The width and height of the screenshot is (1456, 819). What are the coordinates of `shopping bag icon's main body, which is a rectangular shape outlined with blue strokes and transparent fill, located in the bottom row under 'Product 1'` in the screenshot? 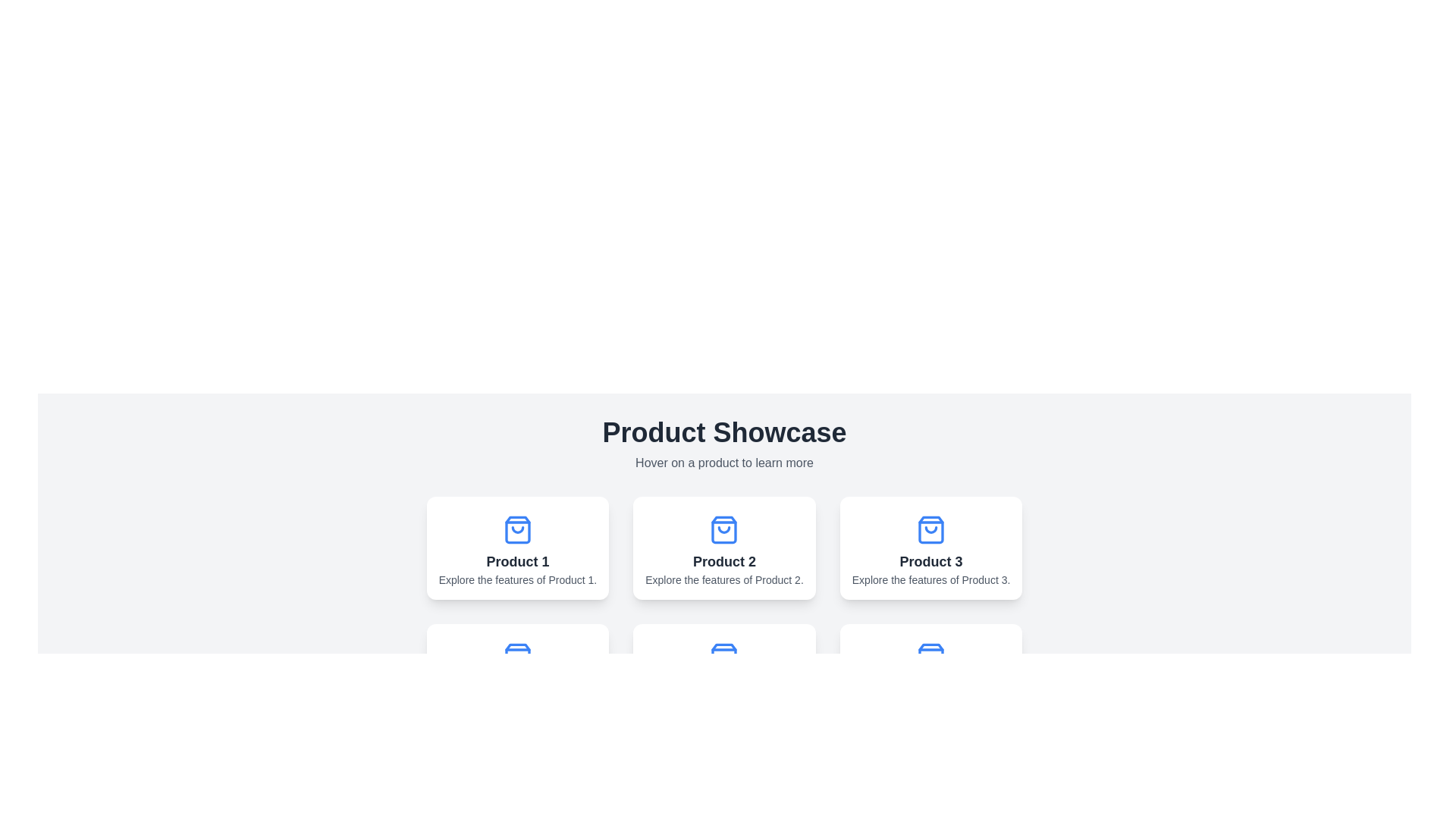 It's located at (517, 657).